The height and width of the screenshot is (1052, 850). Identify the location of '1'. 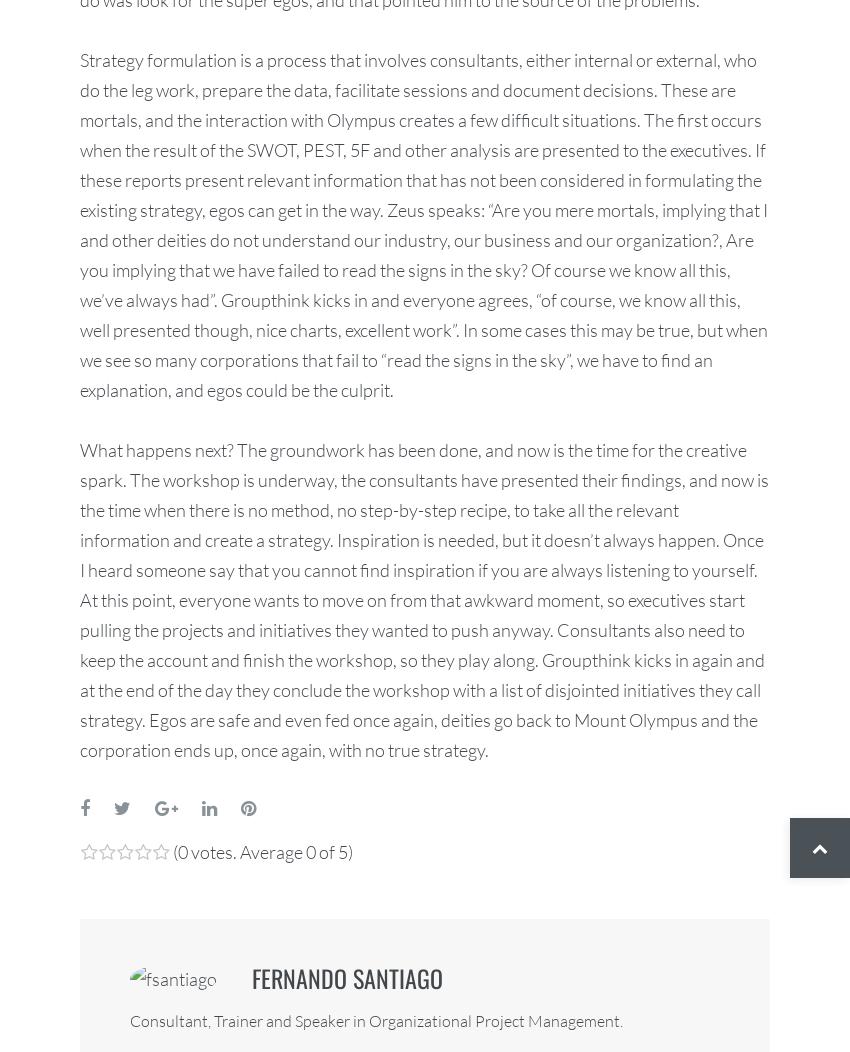
(87, 871).